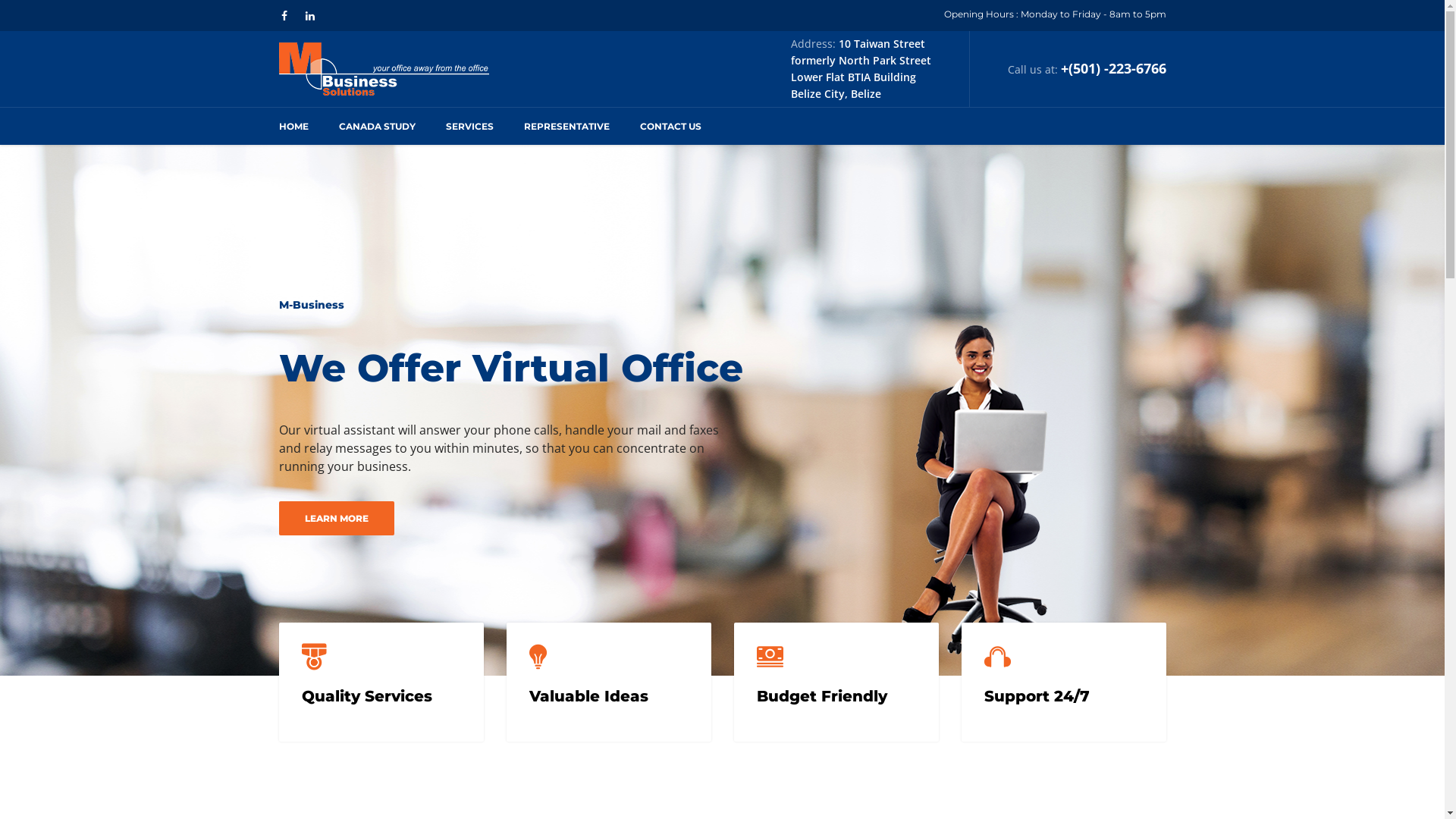  What do you see at coordinates (376, 125) in the screenshot?
I see `'CANADA STUDY'` at bounding box center [376, 125].